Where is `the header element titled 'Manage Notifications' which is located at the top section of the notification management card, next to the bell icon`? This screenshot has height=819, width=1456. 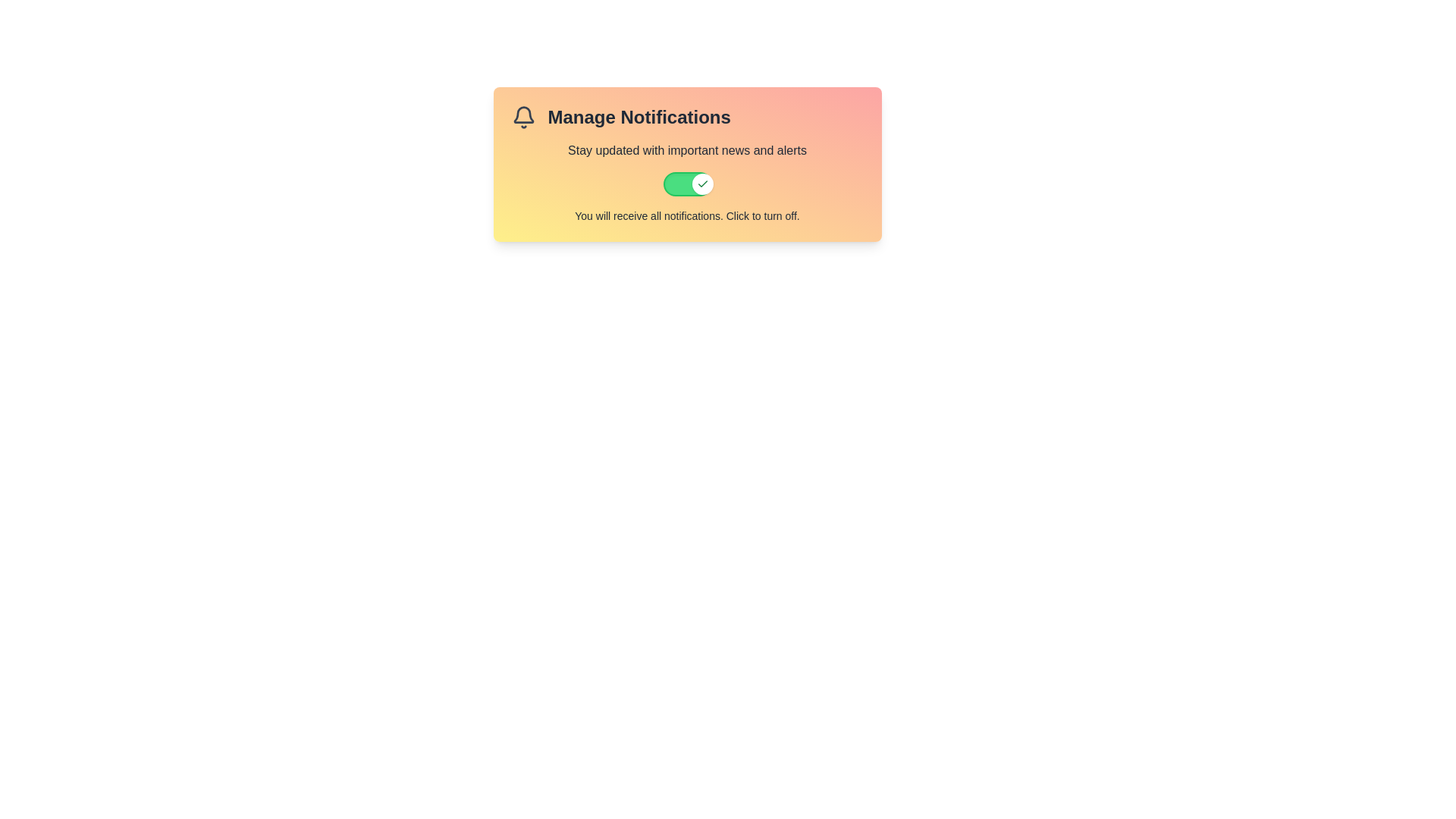
the header element titled 'Manage Notifications' which is located at the top section of the notification management card, next to the bell icon is located at coordinates (621, 116).